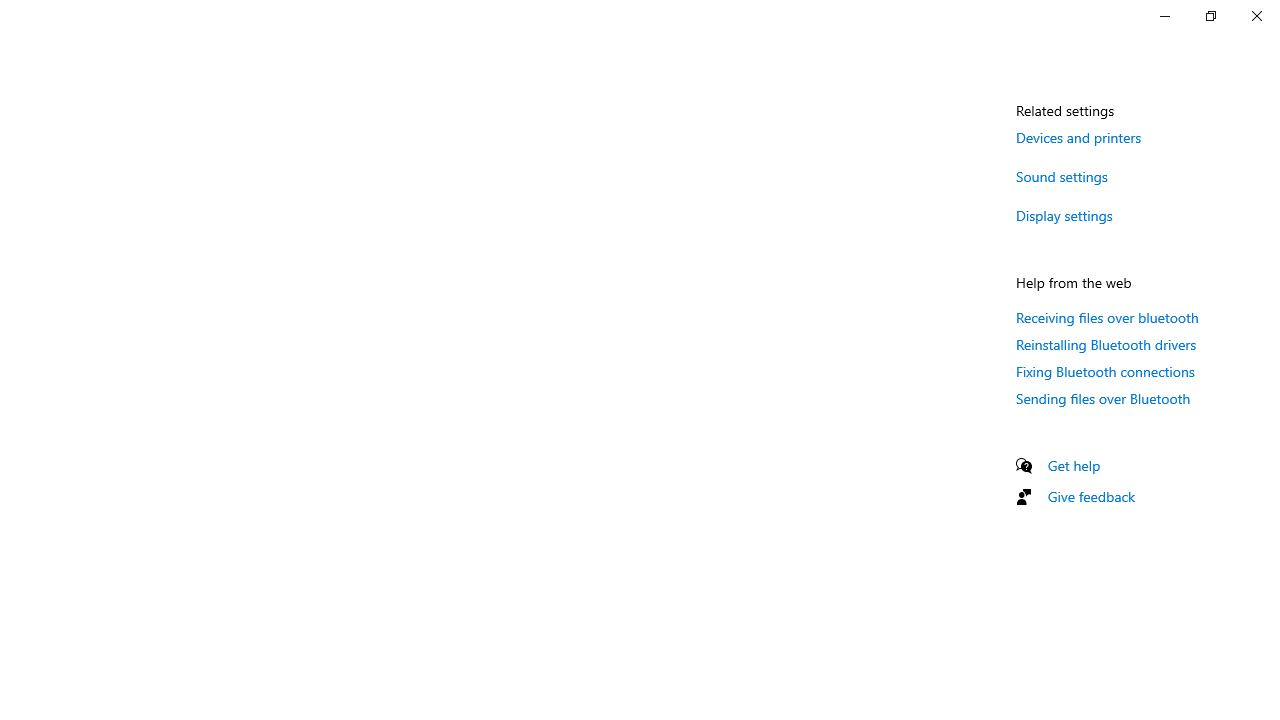  Describe the element at coordinates (1061, 175) in the screenshot. I see `'Sound settings'` at that location.